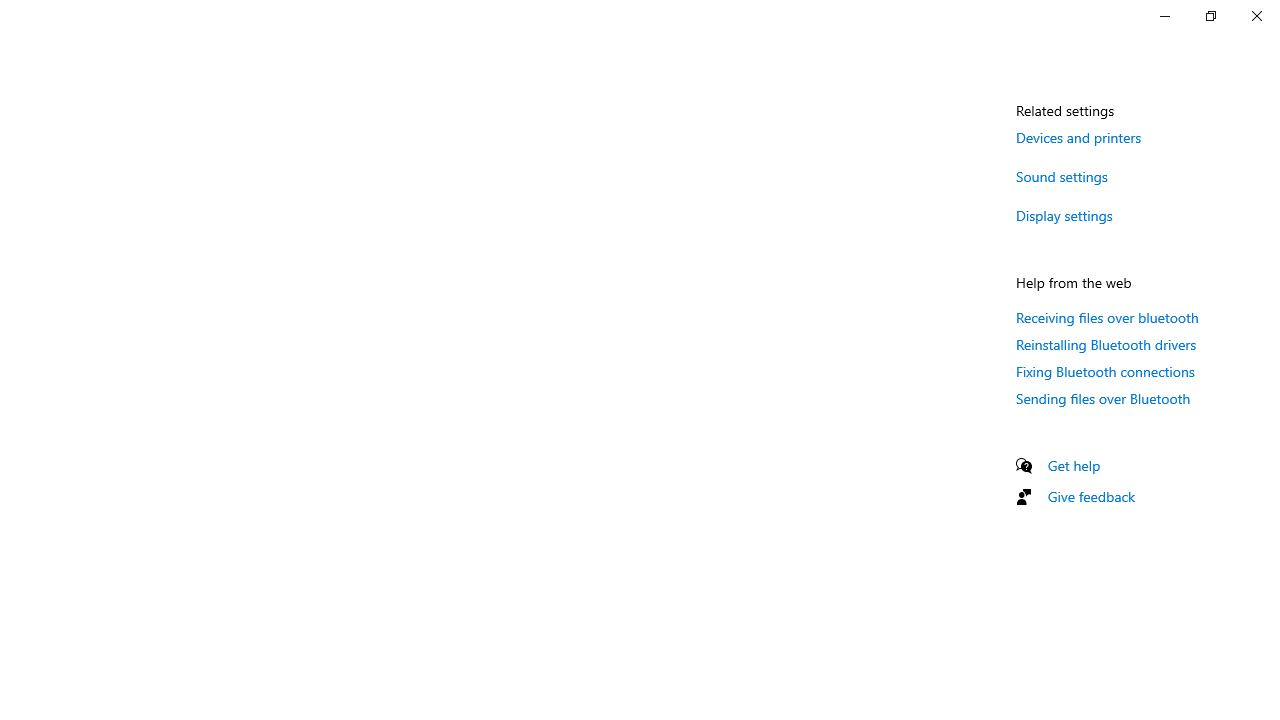  Describe the element at coordinates (1061, 175) in the screenshot. I see `'Sound settings'` at that location.